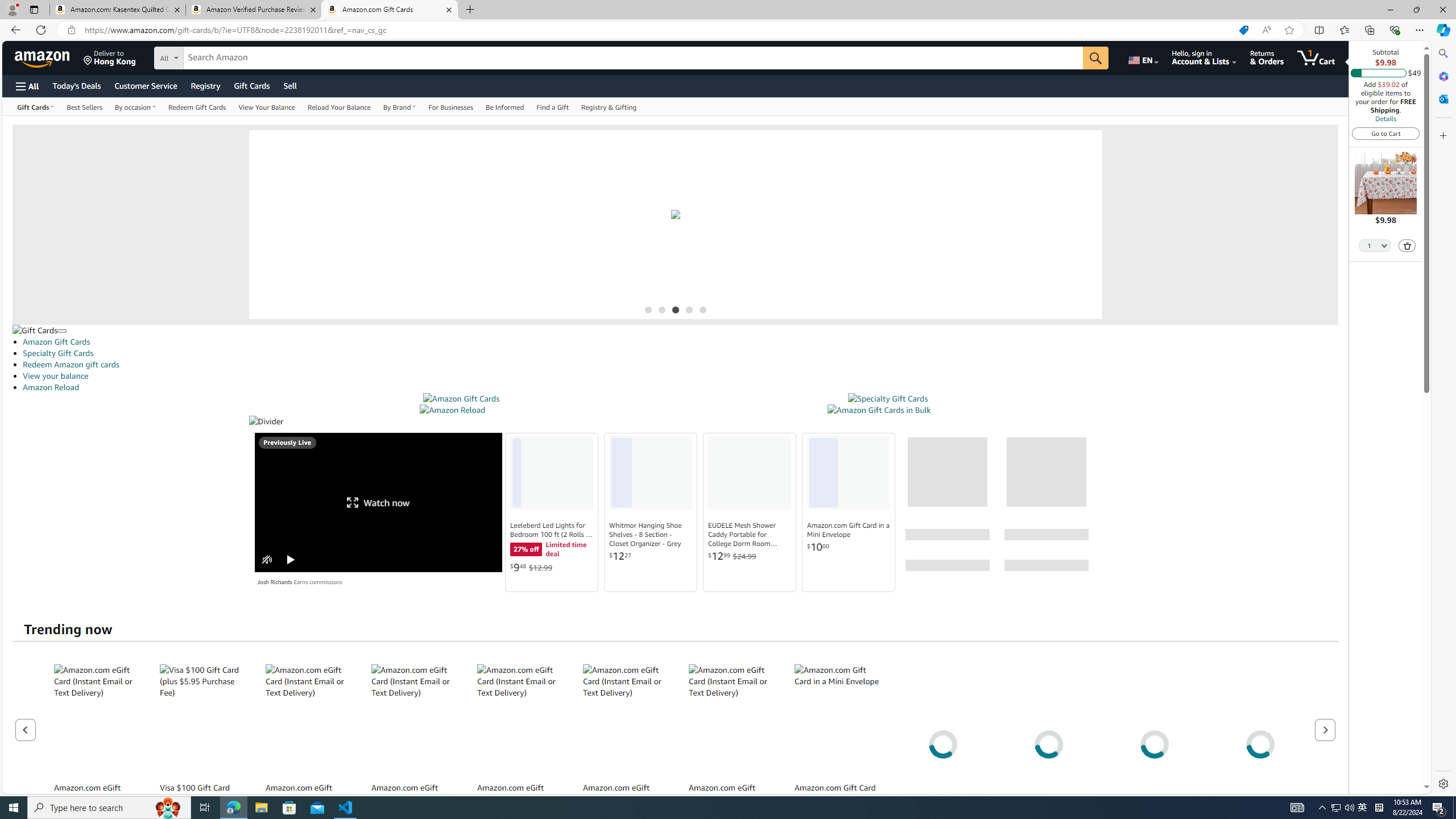 Image resolution: width=1456 pixels, height=819 pixels. What do you see at coordinates (1096, 58) in the screenshot?
I see `'Go'` at bounding box center [1096, 58].